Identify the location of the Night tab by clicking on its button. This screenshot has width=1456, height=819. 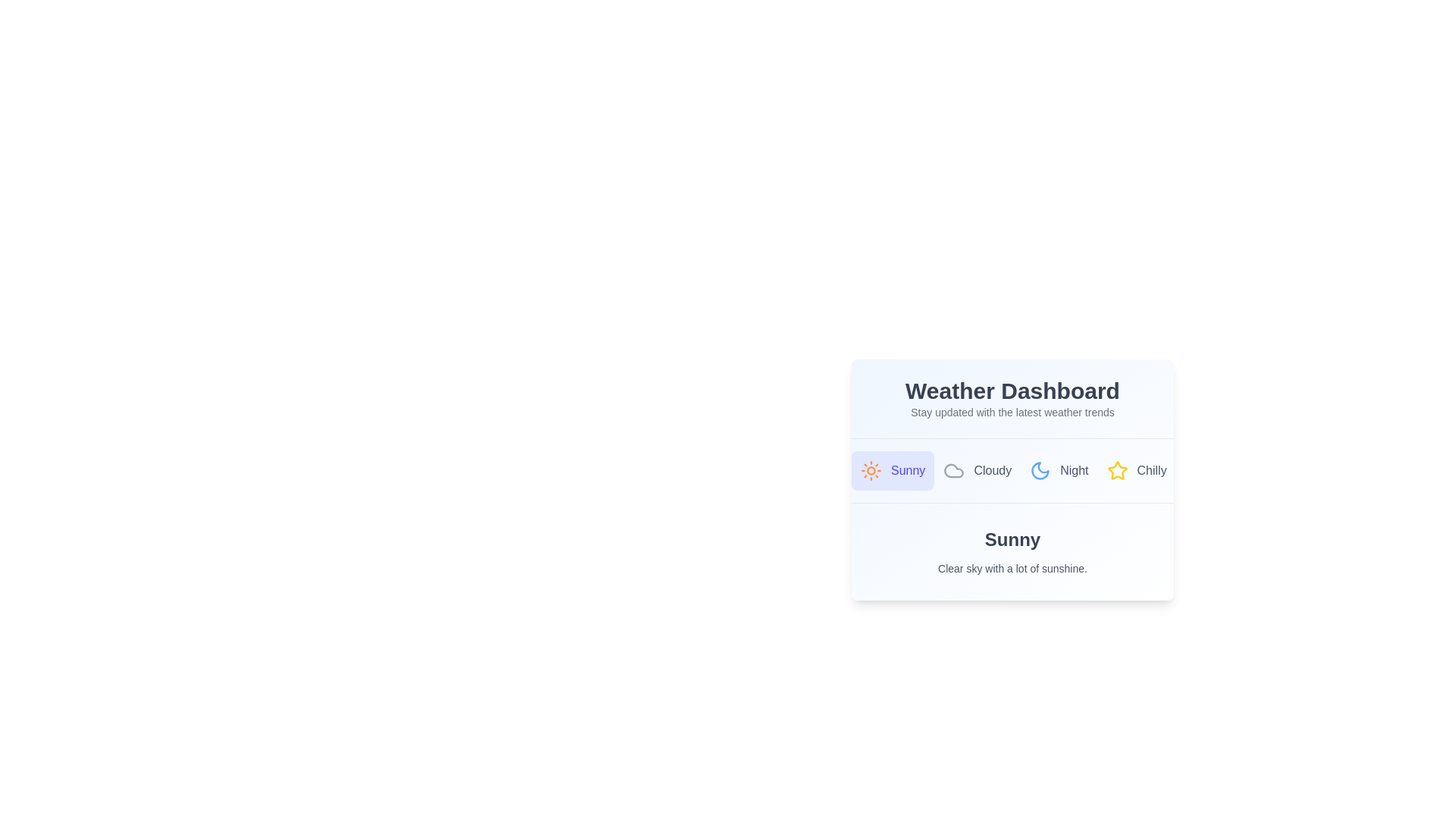
(1058, 470).